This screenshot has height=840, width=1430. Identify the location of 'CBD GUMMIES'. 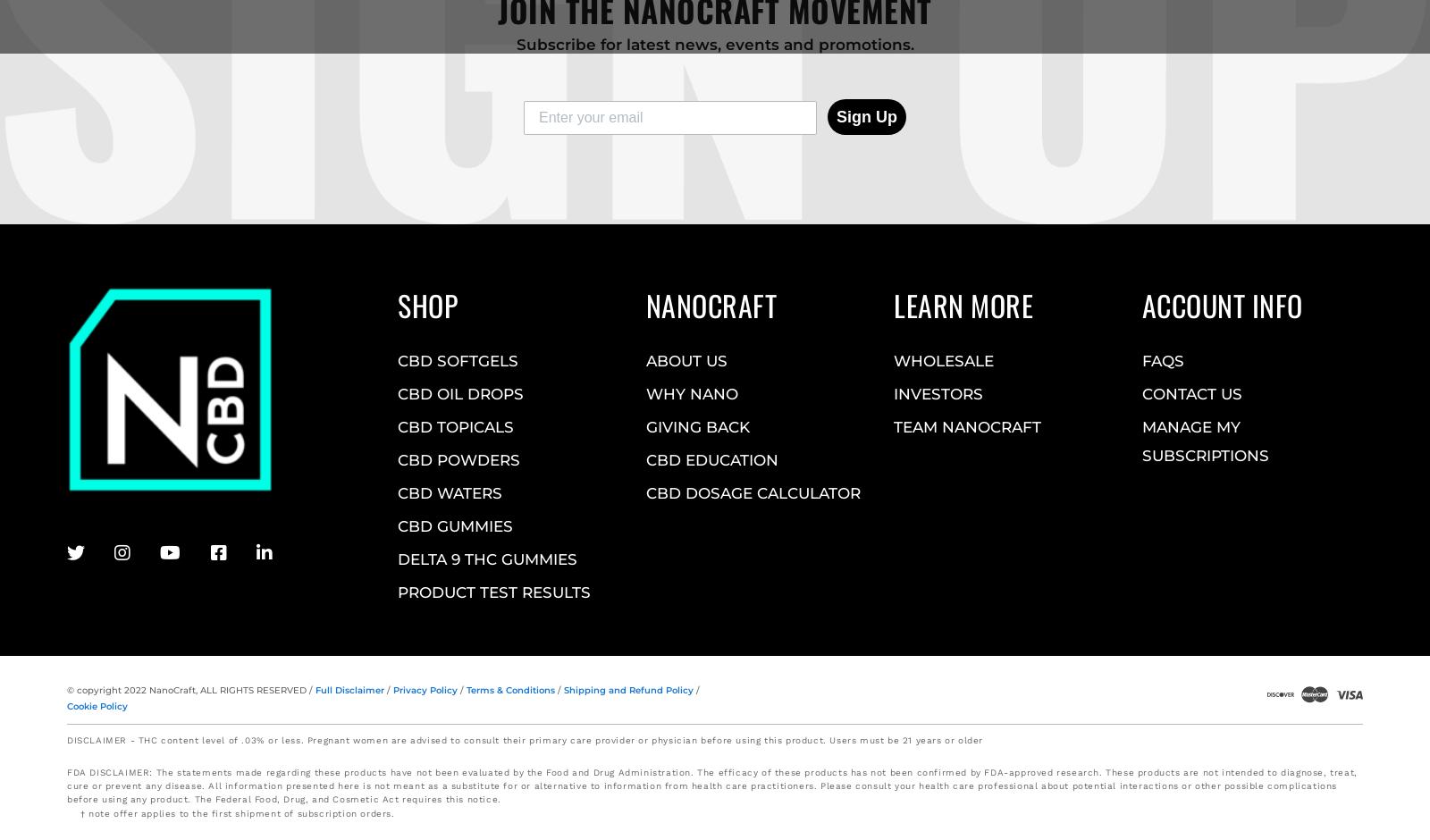
(454, 525).